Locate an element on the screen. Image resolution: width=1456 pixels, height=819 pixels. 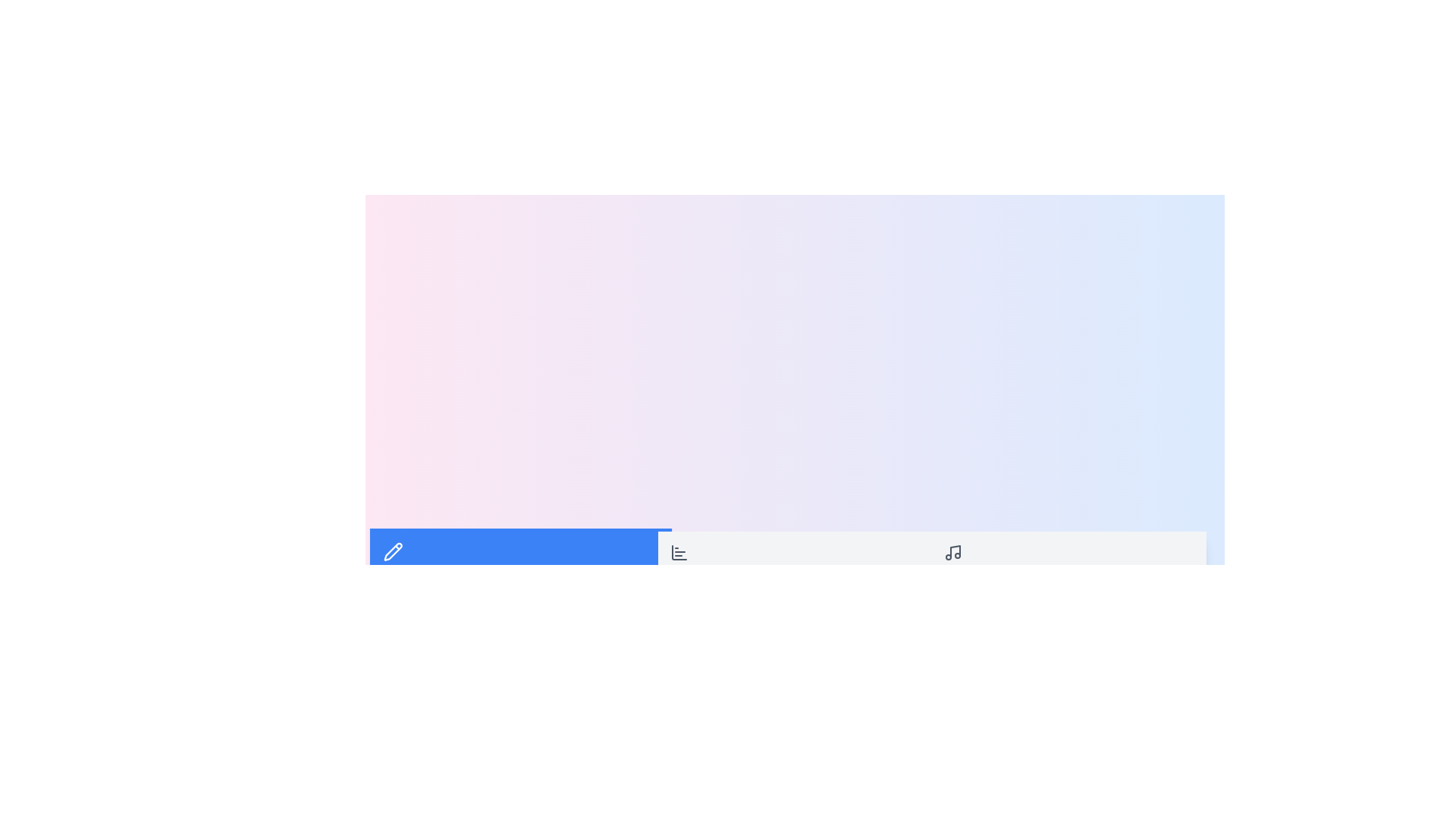
the tab labeled Analytics to view its content is located at coordinates (794, 561).